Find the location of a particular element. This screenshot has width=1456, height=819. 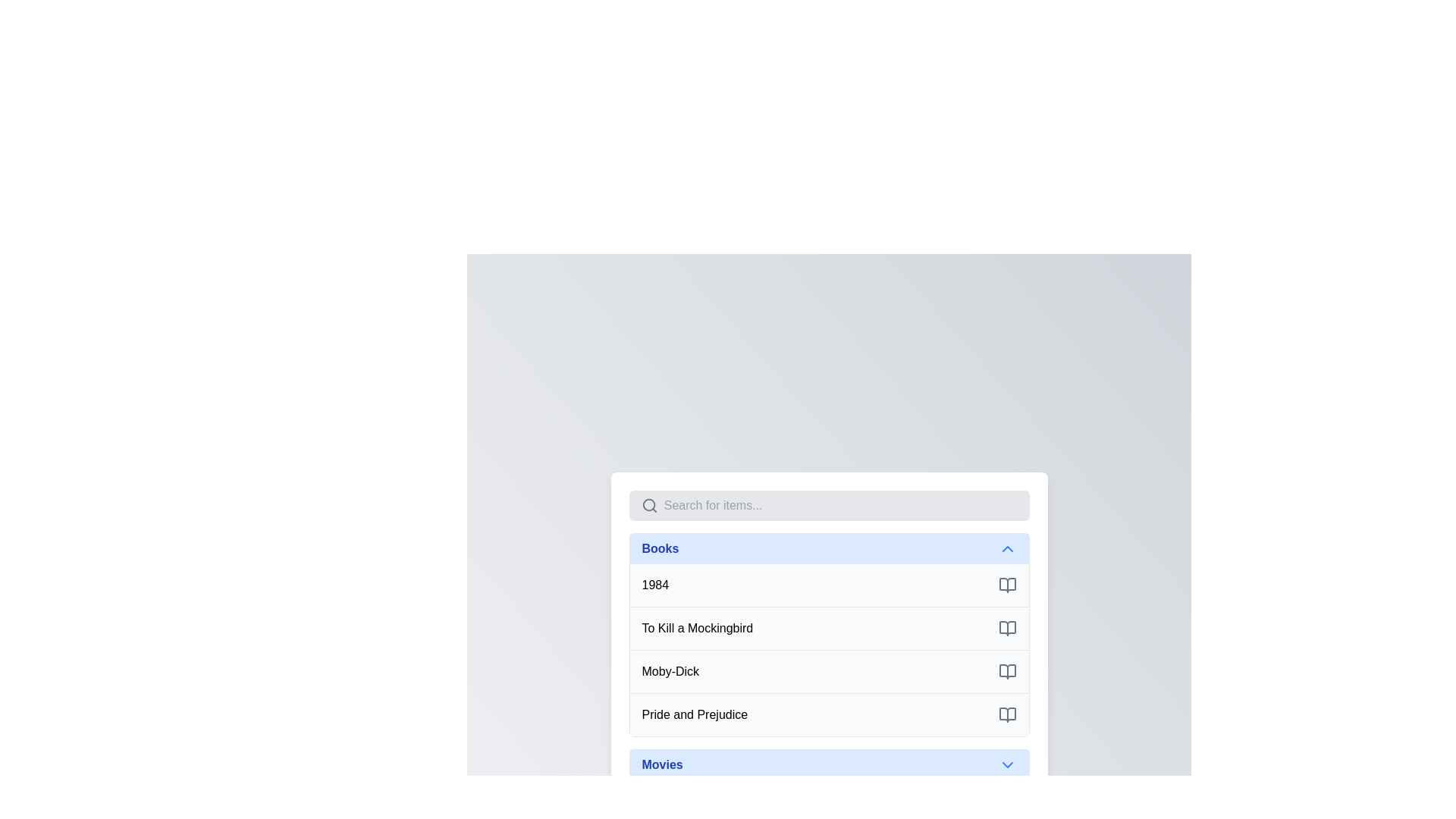

the downward-facing blue chevron icon located beside the 'Movies' text label is located at coordinates (1007, 764).